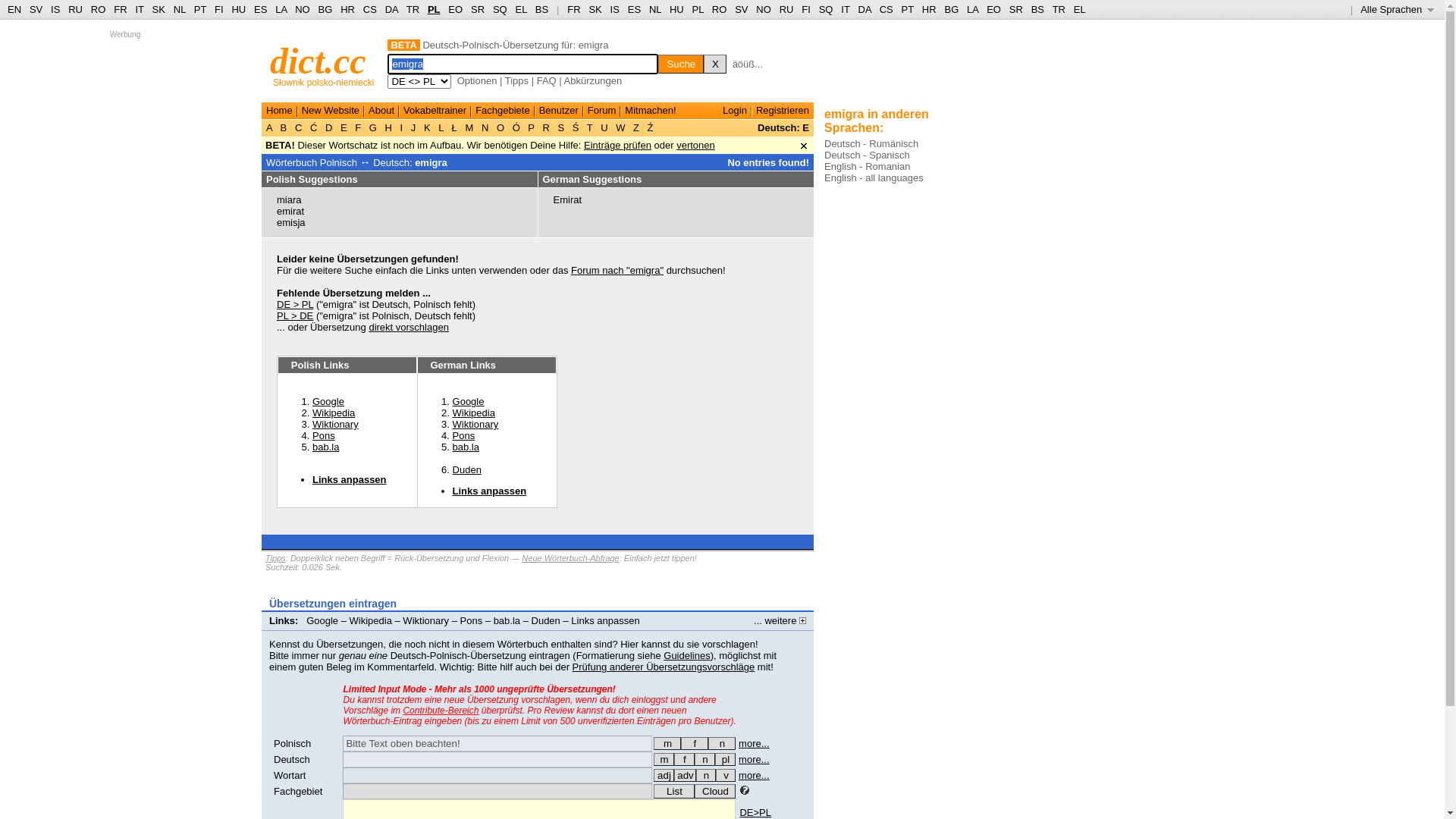 This screenshot has width=1456, height=819. I want to click on 'TR', so click(413, 9).